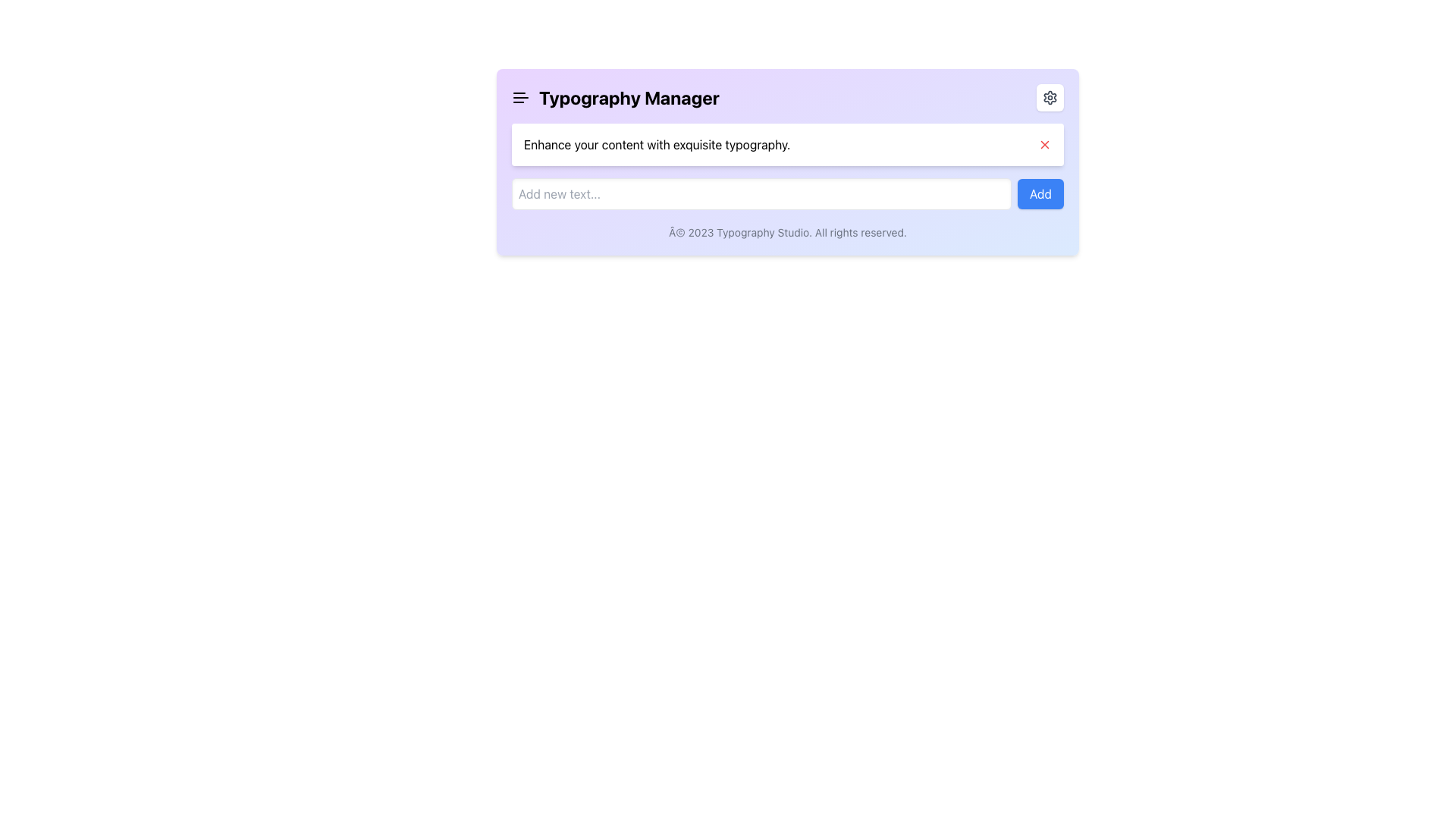 The width and height of the screenshot is (1456, 819). Describe the element at coordinates (1043, 145) in the screenshot. I see `the diagonal cross (X) icon located in the top-right corner of the 'Typography Manager' interface` at that location.